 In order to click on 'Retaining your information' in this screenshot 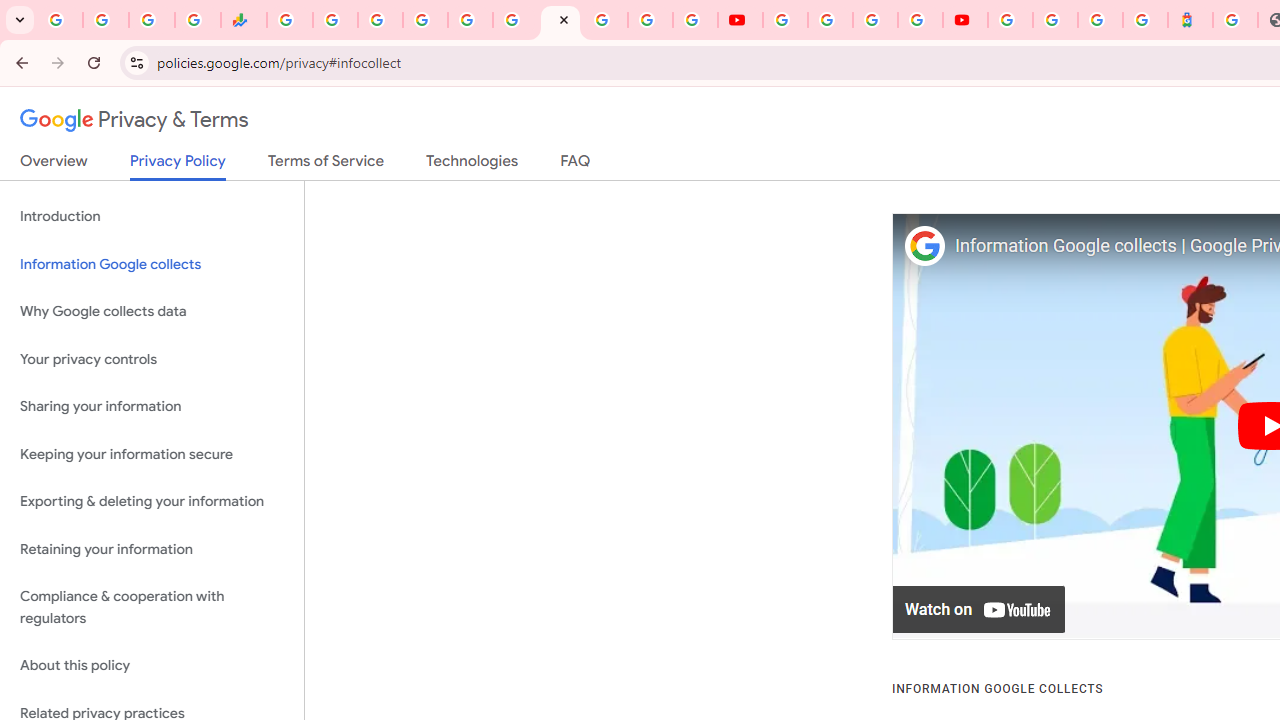, I will do `click(151, 549)`.